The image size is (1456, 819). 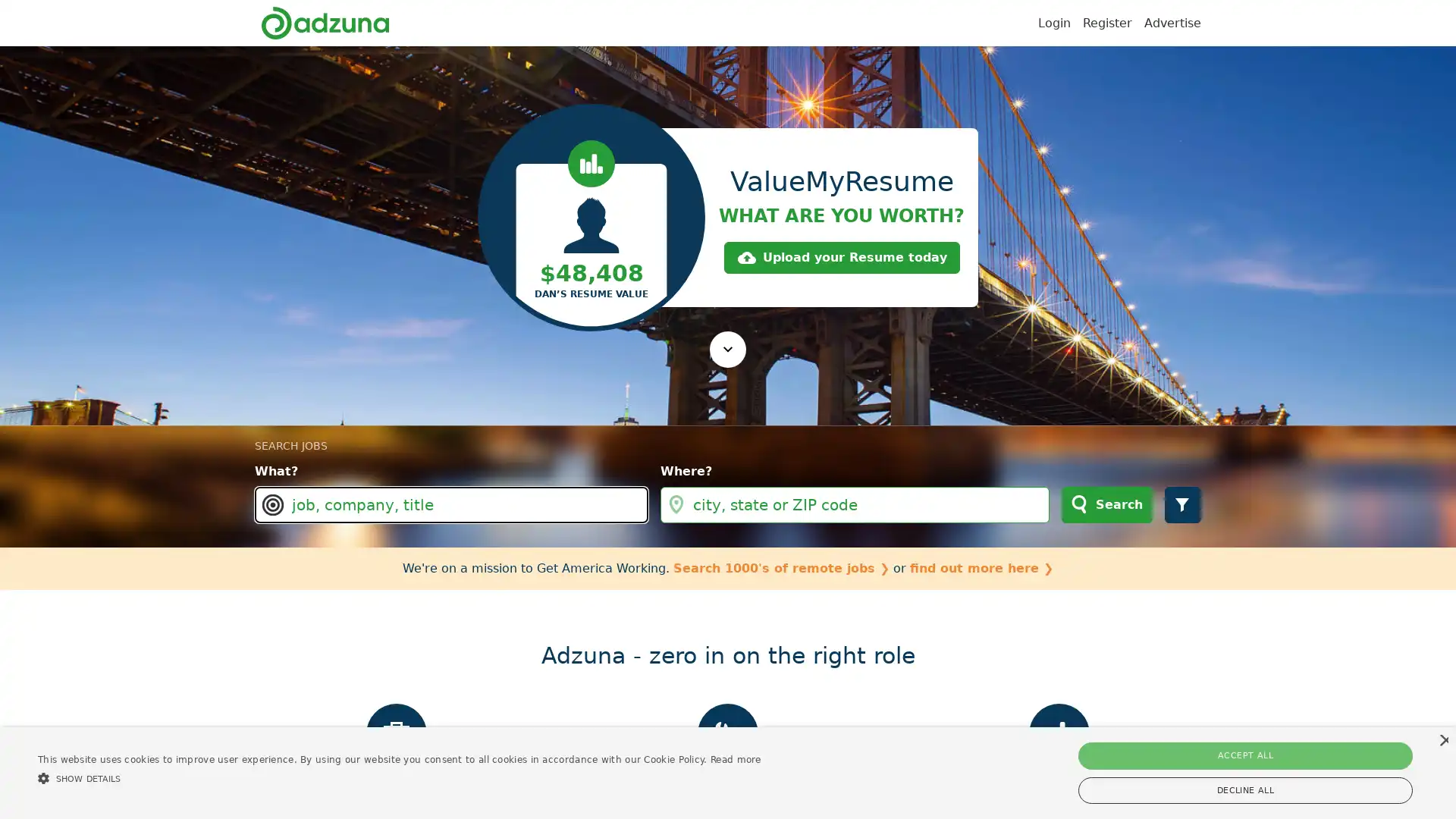 What do you see at coordinates (1442, 739) in the screenshot?
I see `Close` at bounding box center [1442, 739].